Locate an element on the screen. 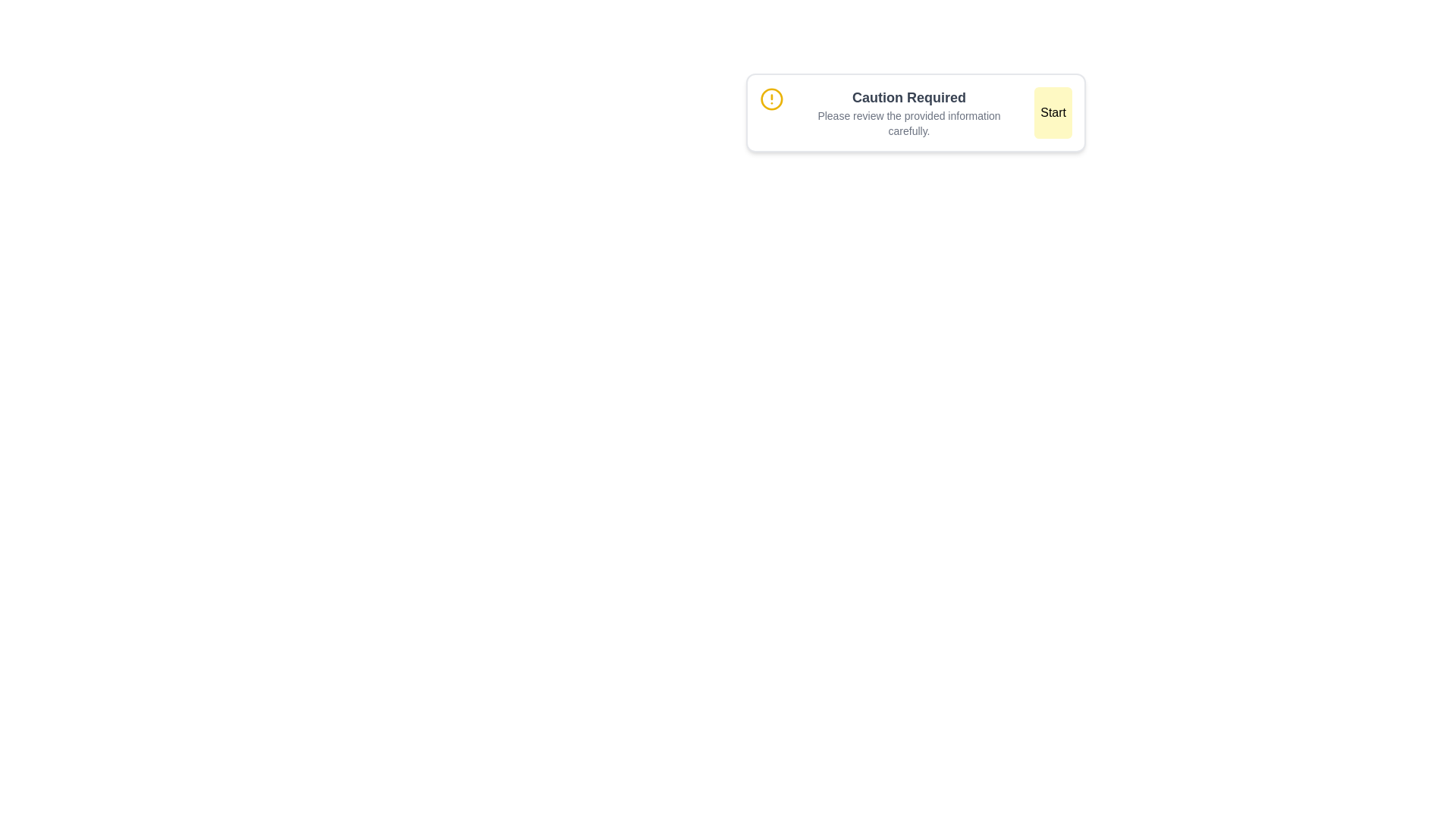 This screenshot has height=819, width=1456. the static text providing additional descriptive information located directly beneath the bold text 'Caution Required' is located at coordinates (909, 122).